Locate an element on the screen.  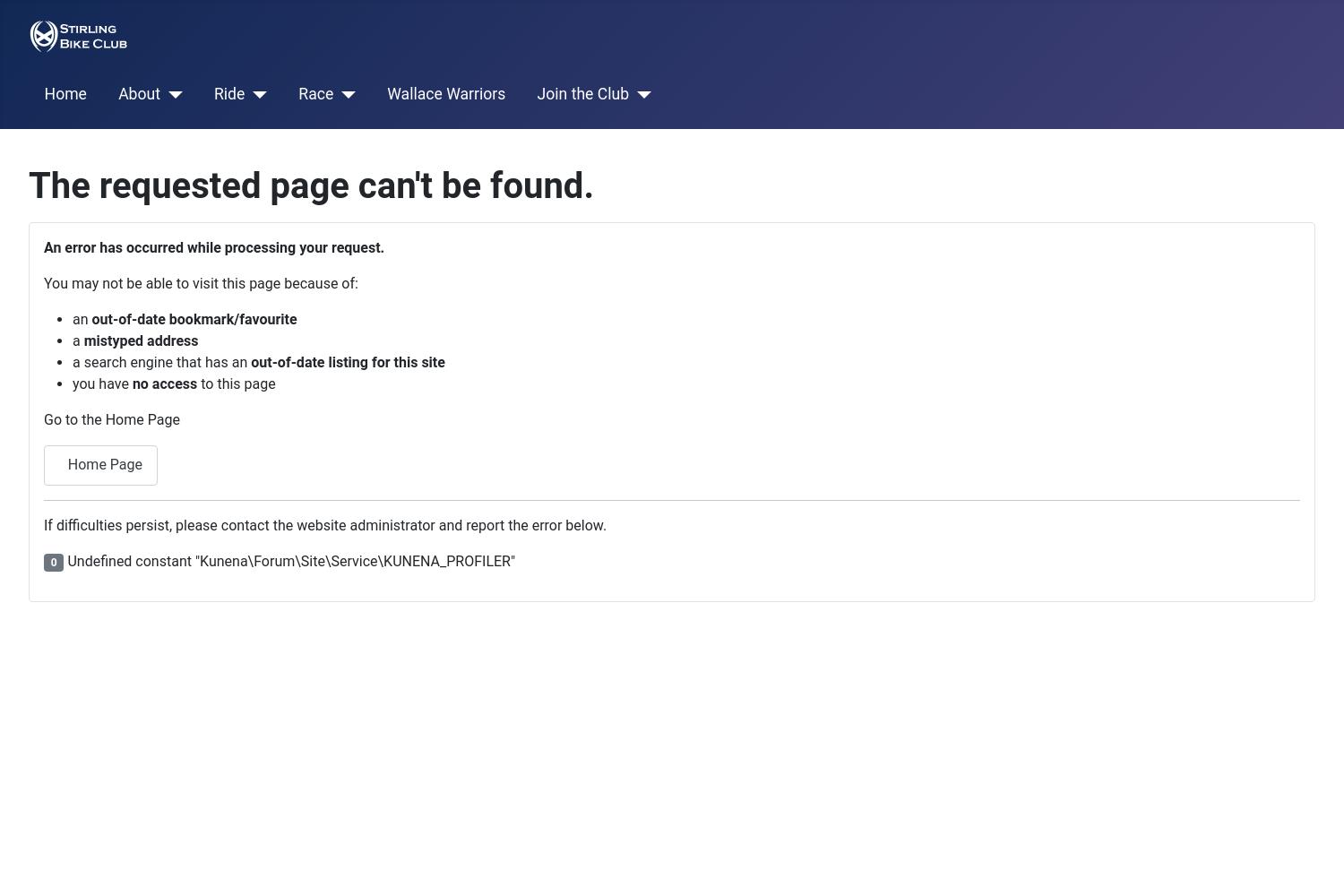
'Join the Club' is located at coordinates (582, 93).